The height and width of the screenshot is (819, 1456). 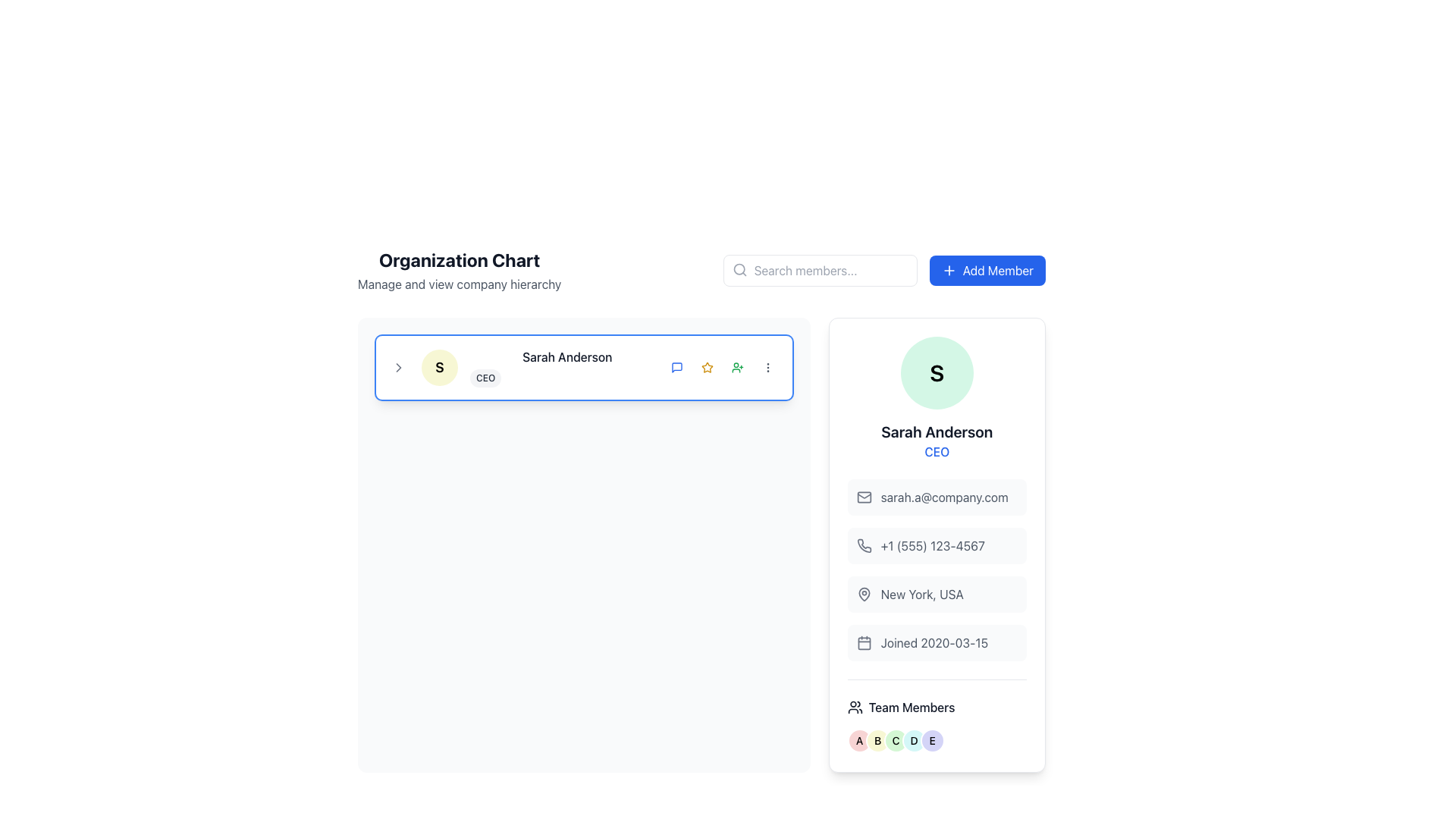 I want to click on the circular badge with the letter 'B' displayed in the center, which is the second badge in a horizontal series of five, styled with a light yellow background and white border, located in the 'Team Members' section, so click(x=877, y=739).